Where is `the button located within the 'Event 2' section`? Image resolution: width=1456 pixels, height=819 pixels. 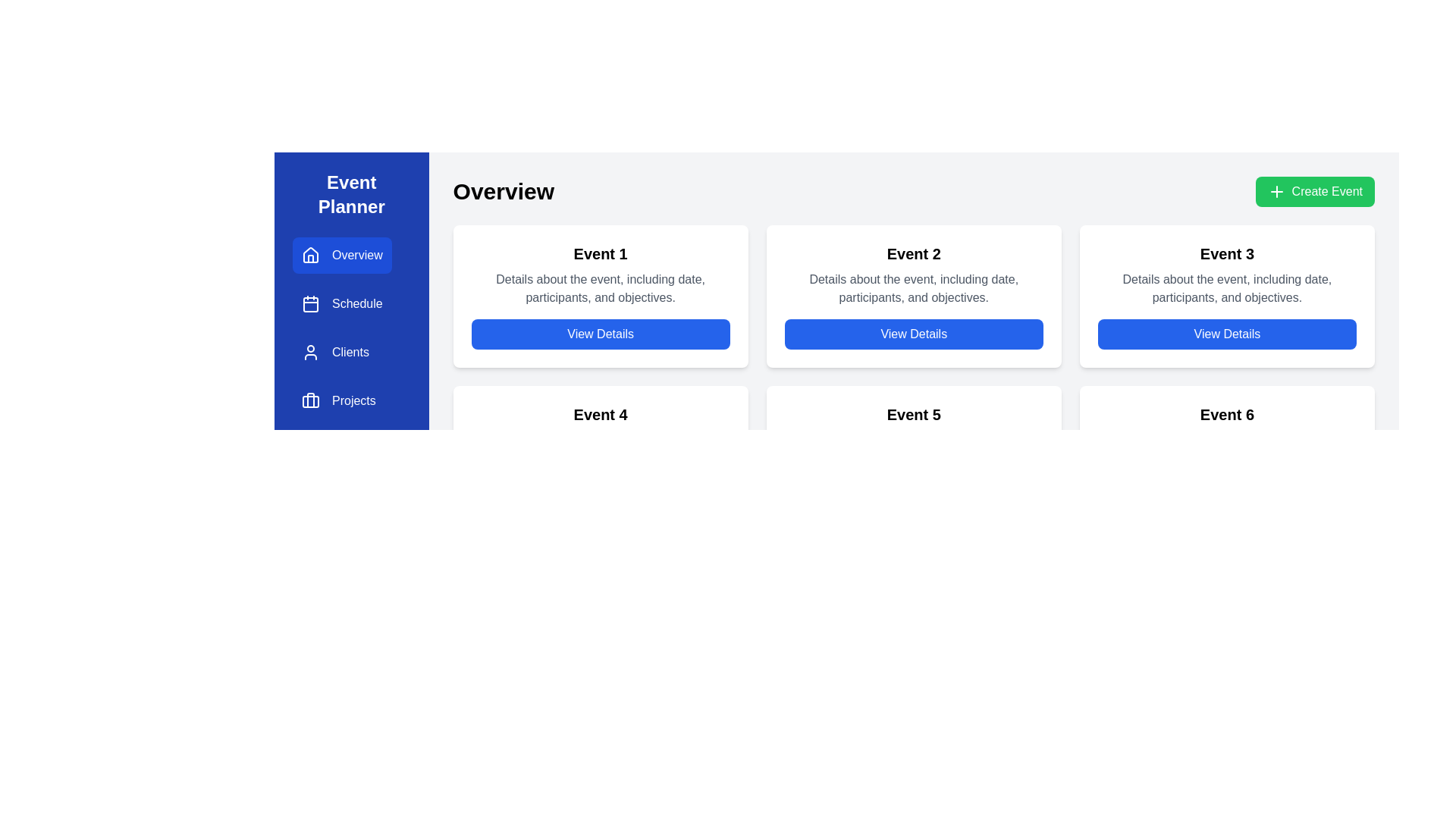
the button located within the 'Event 2' section is located at coordinates (913, 333).